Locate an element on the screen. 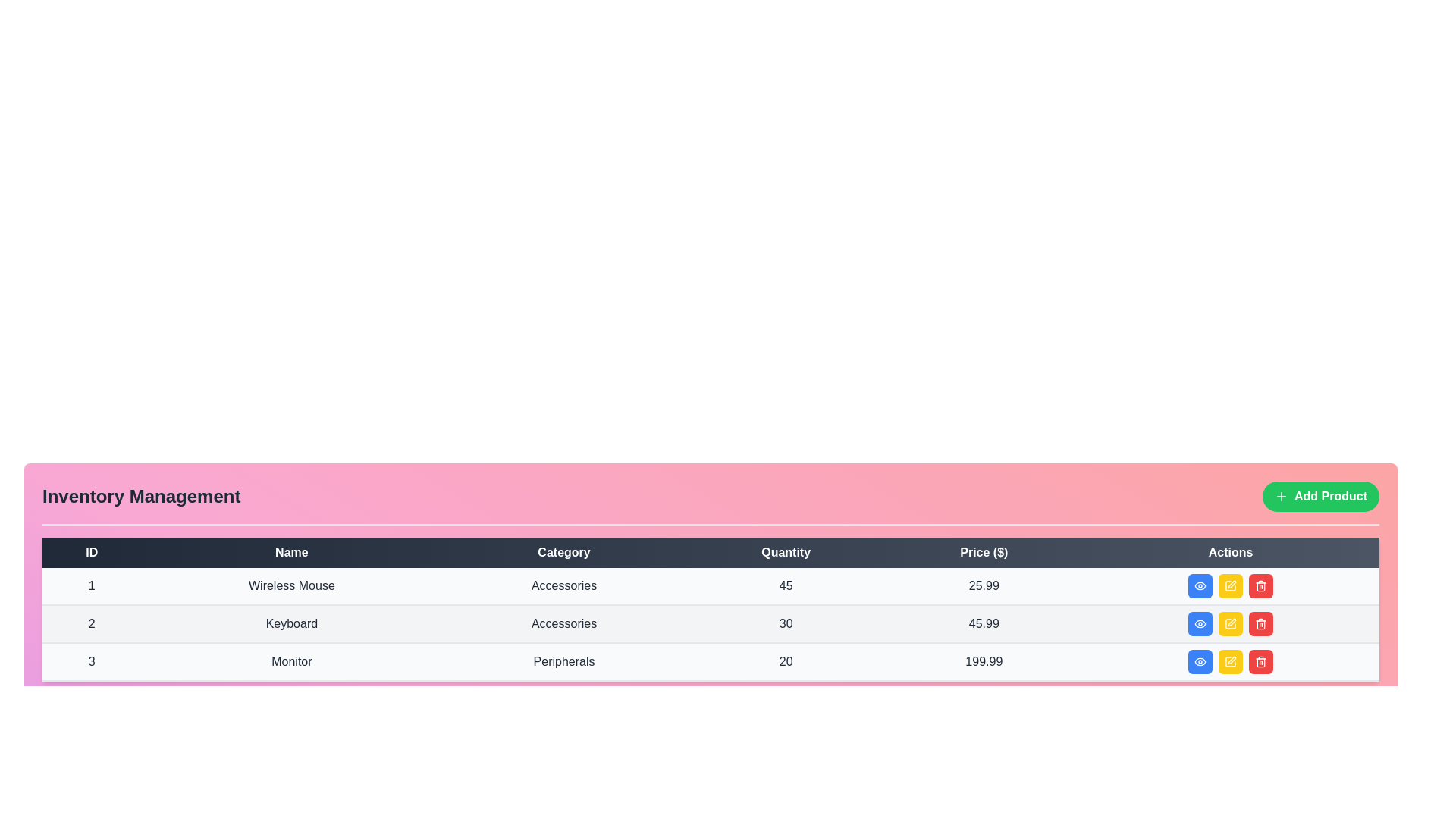  the middle edit button in the 'Actions' column of the table in the third row for the 'Monitor' entry to initiate an edit action is located at coordinates (1232, 623).